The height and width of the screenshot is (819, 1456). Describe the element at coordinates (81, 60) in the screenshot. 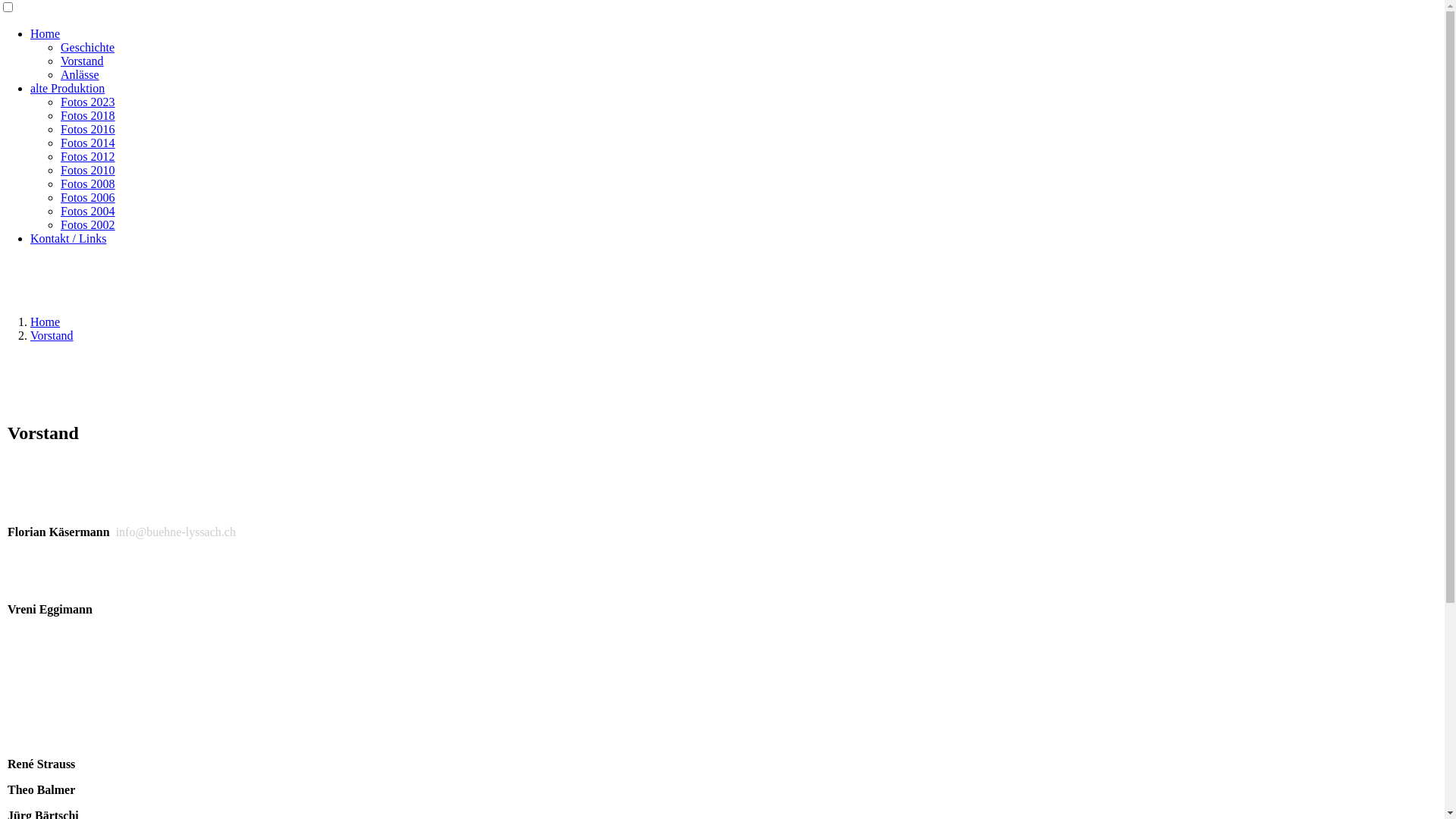

I see `'Vorstand'` at that location.